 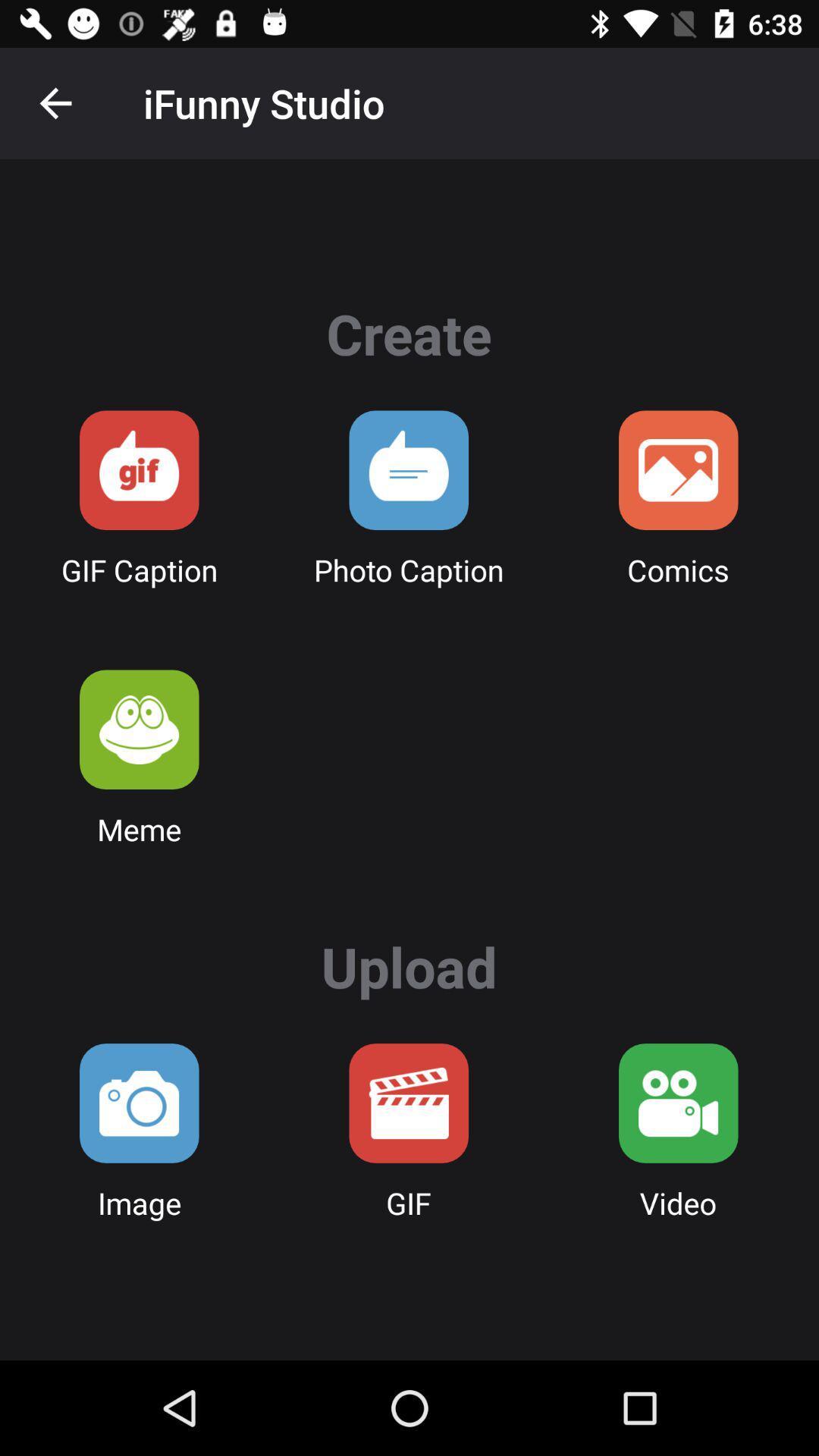 I want to click on the wallpaper icon, so click(x=677, y=469).